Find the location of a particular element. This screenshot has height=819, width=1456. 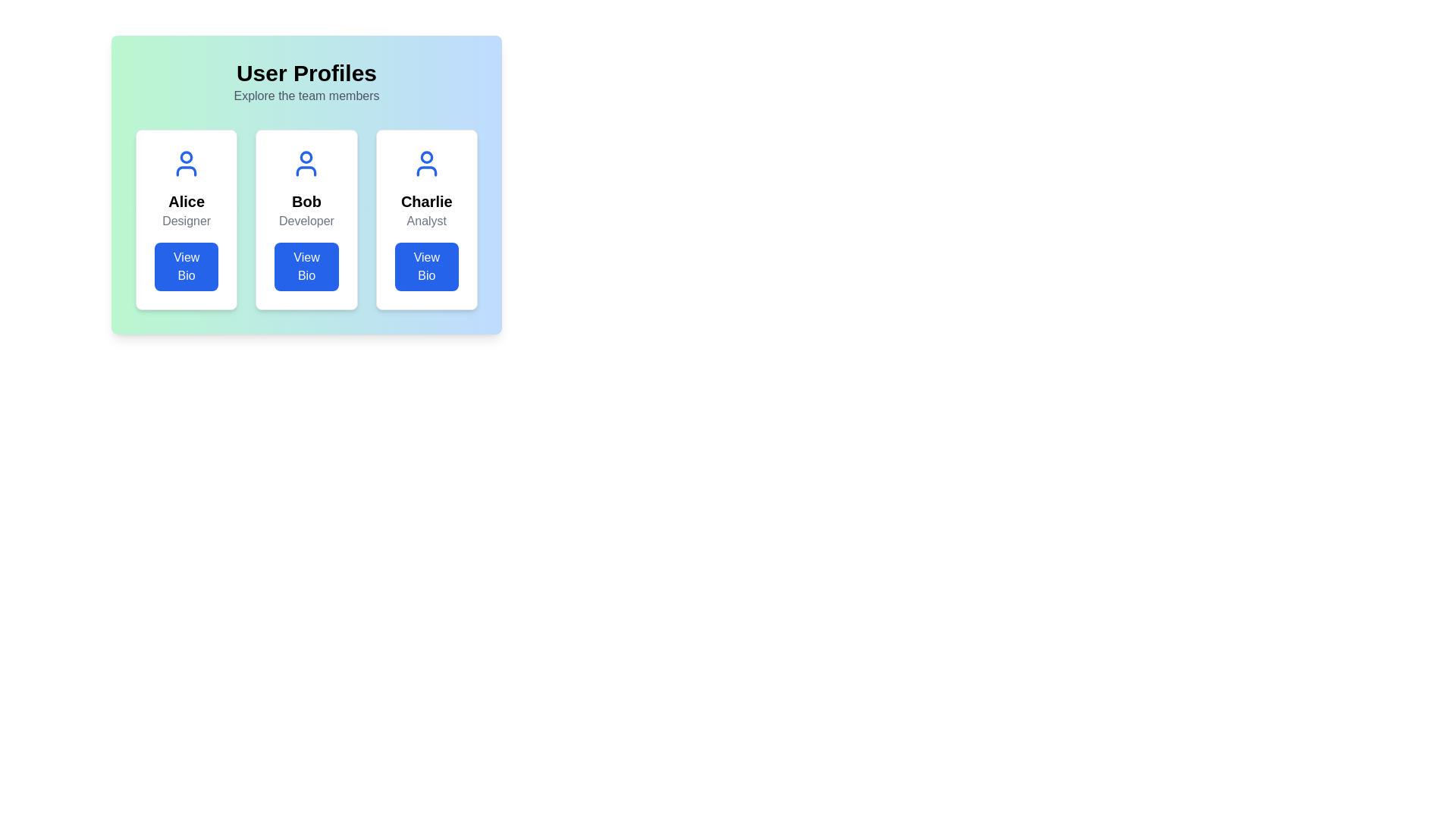

the bottom part of the user profile icon representing 'Bob', which is located in the central card of the layout is located at coordinates (306, 171).